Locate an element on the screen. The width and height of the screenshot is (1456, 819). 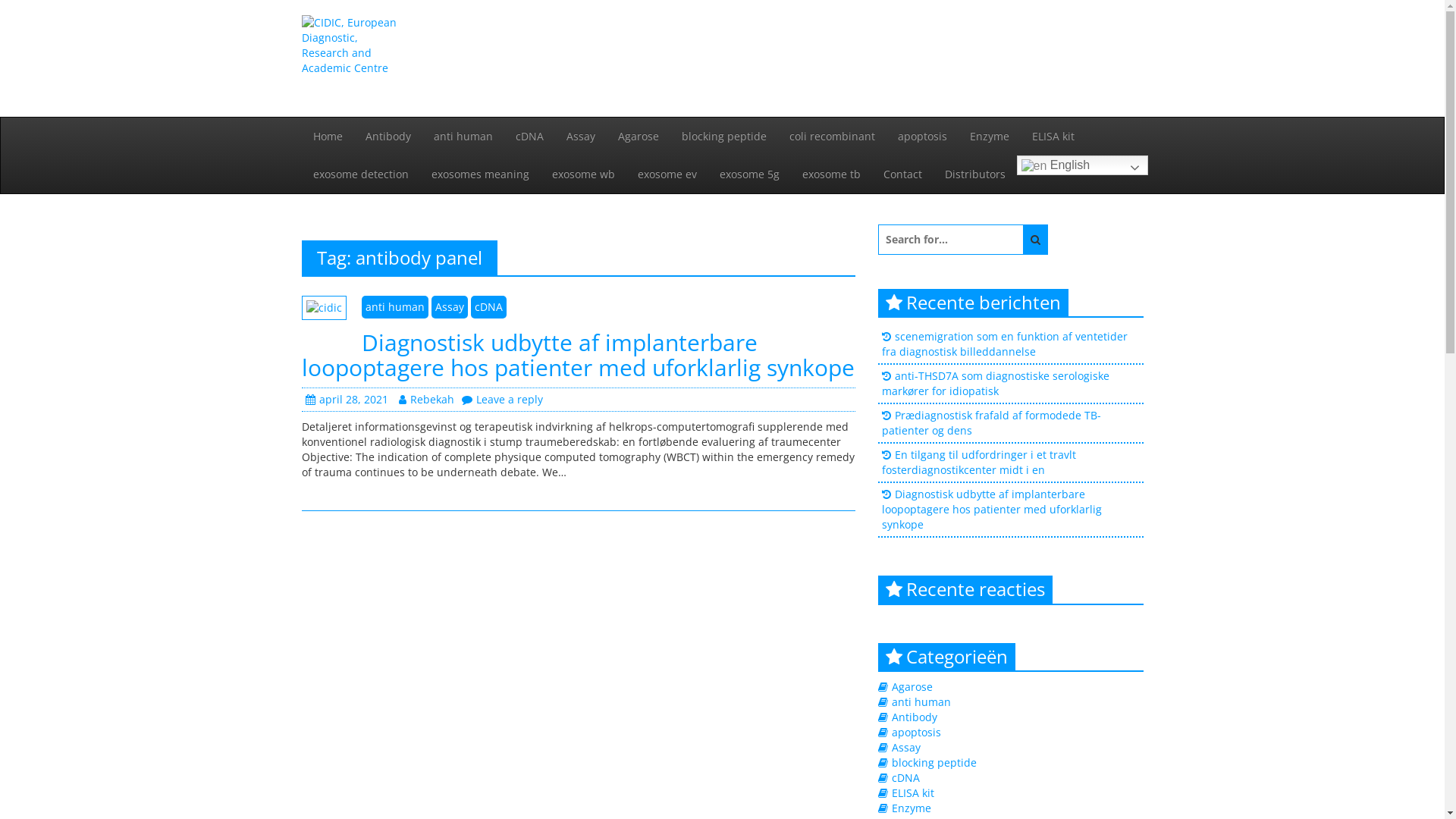
'Antibody' is located at coordinates (913, 717).